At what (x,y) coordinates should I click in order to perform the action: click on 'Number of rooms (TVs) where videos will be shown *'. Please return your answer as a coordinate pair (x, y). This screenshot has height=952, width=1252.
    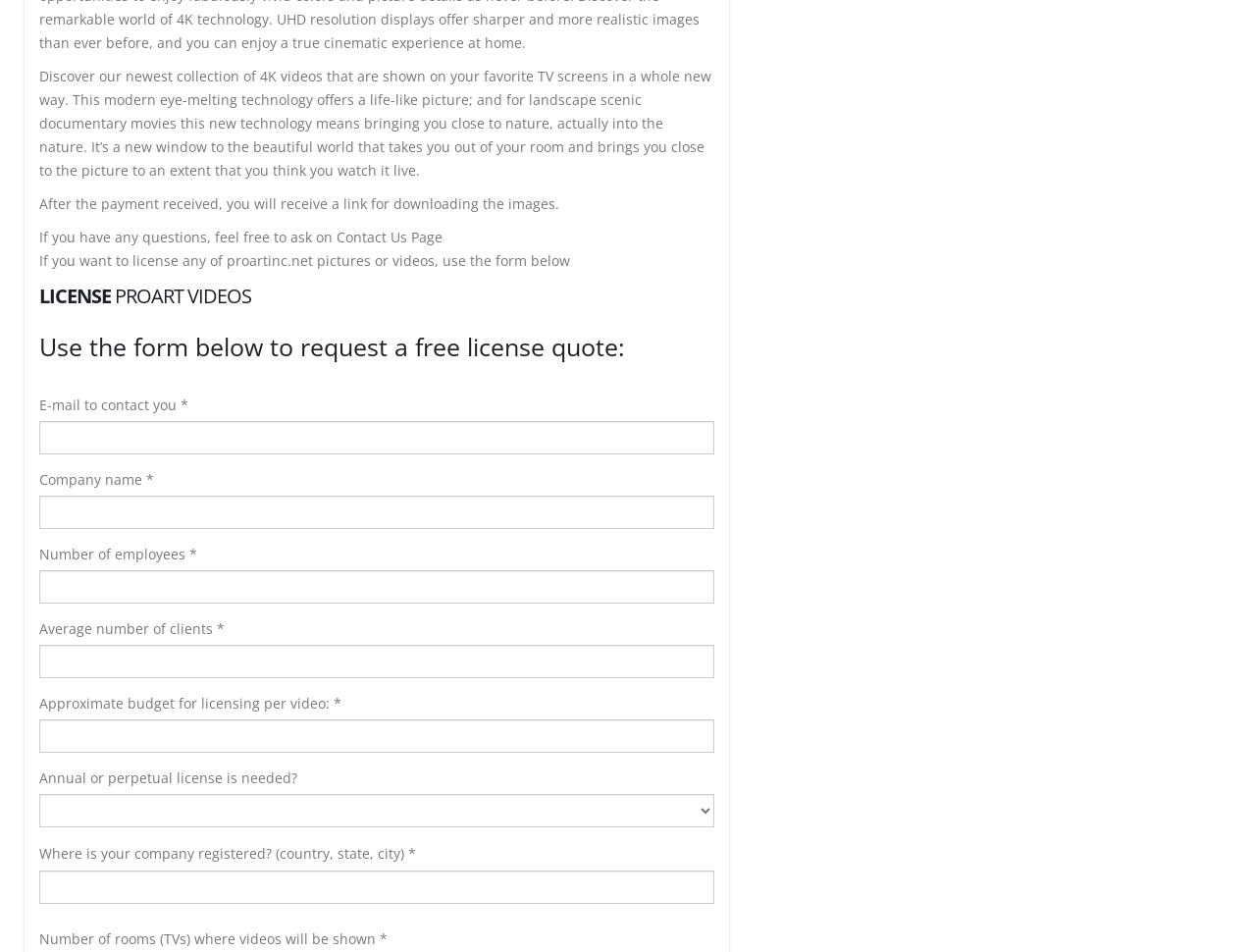
    Looking at the image, I should click on (213, 937).